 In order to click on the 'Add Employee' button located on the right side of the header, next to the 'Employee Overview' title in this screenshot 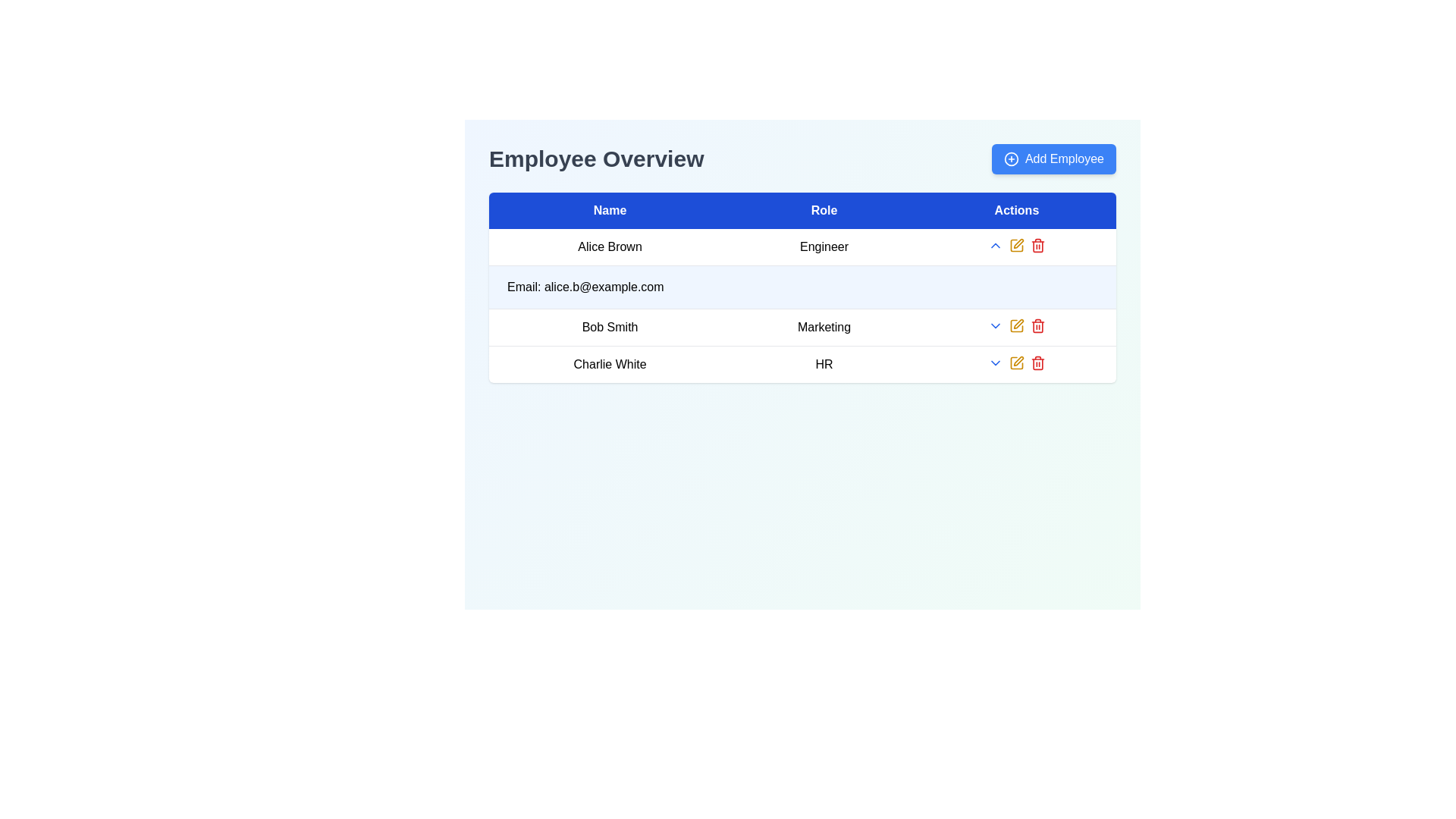, I will do `click(1053, 158)`.